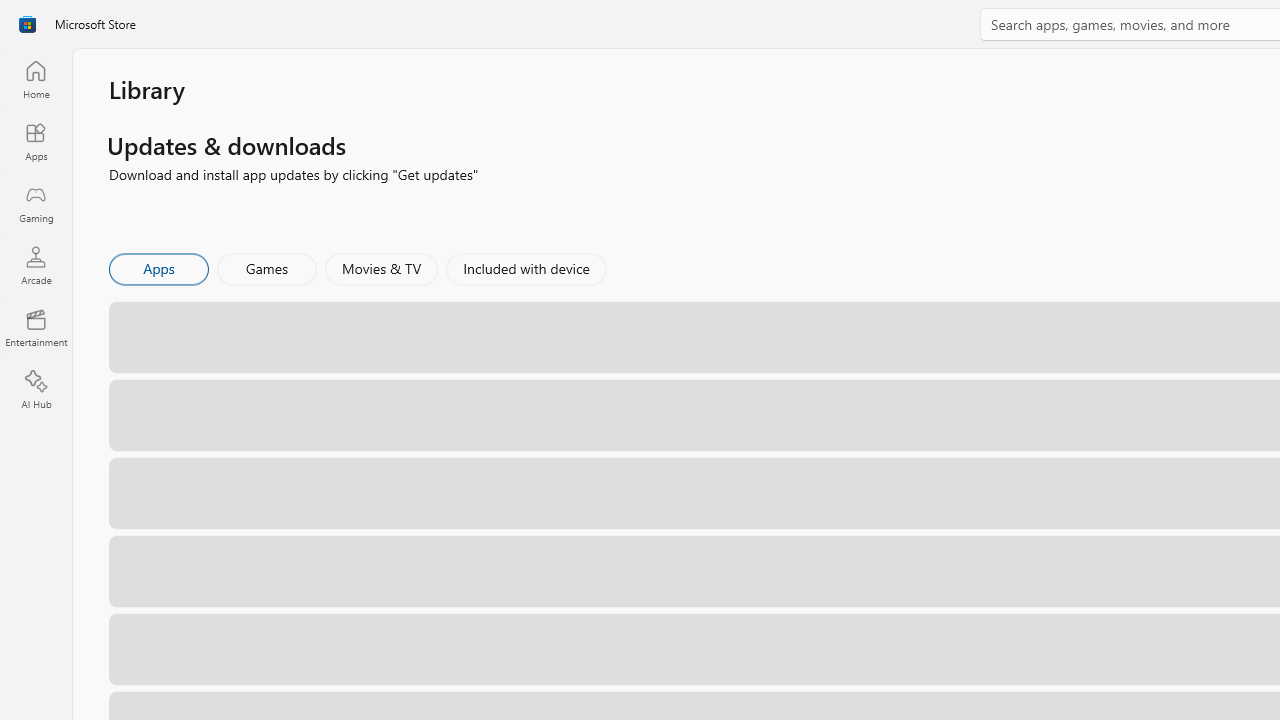  Describe the element at coordinates (35, 264) in the screenshot. I see `'Arcade'` at that location.